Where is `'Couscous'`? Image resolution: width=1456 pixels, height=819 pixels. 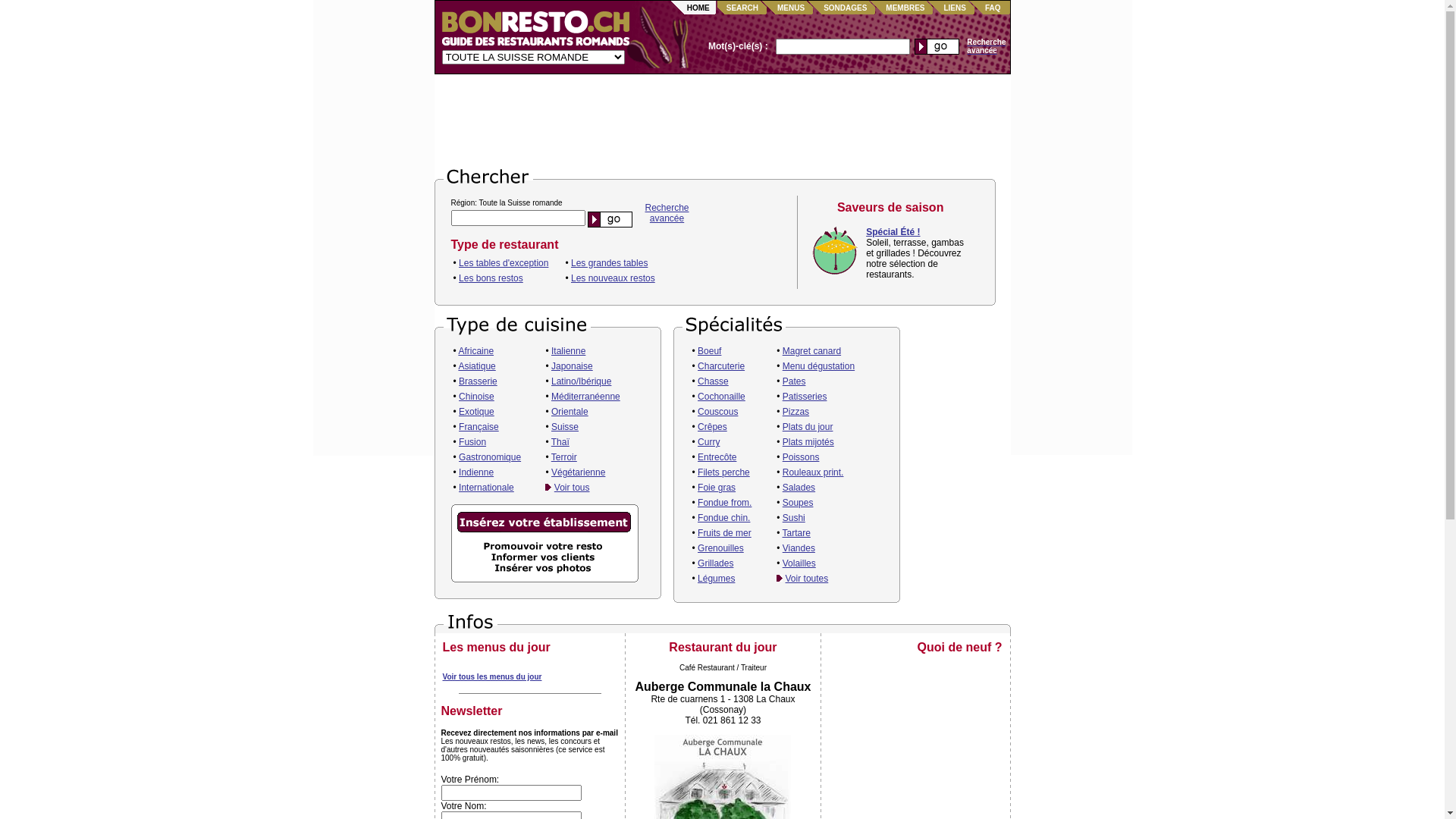 'Couscous' is located at coordinates (717, 412).